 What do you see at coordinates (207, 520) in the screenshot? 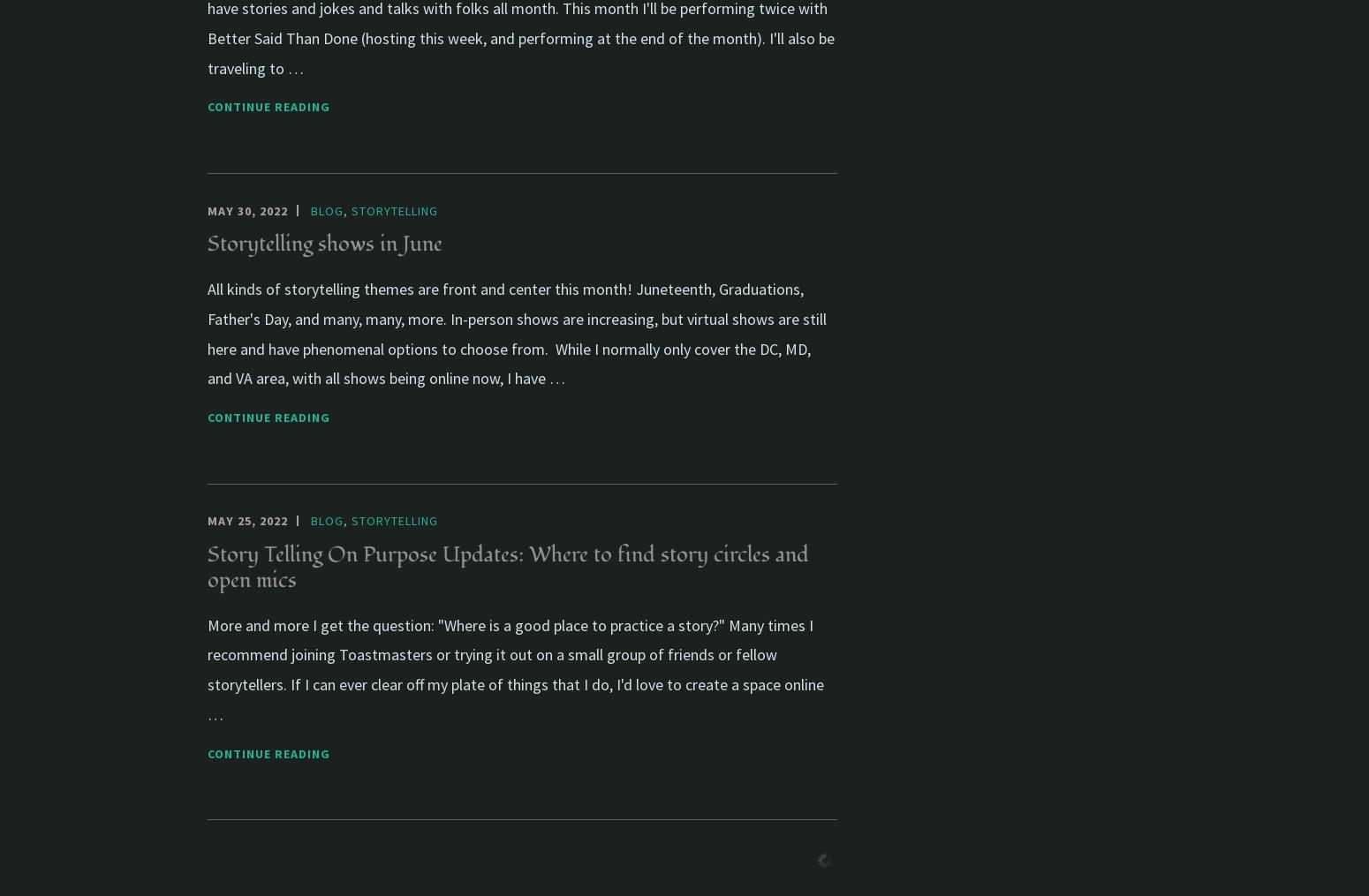
I see `'May 25, 2022'` at bounding box center [207, 520].